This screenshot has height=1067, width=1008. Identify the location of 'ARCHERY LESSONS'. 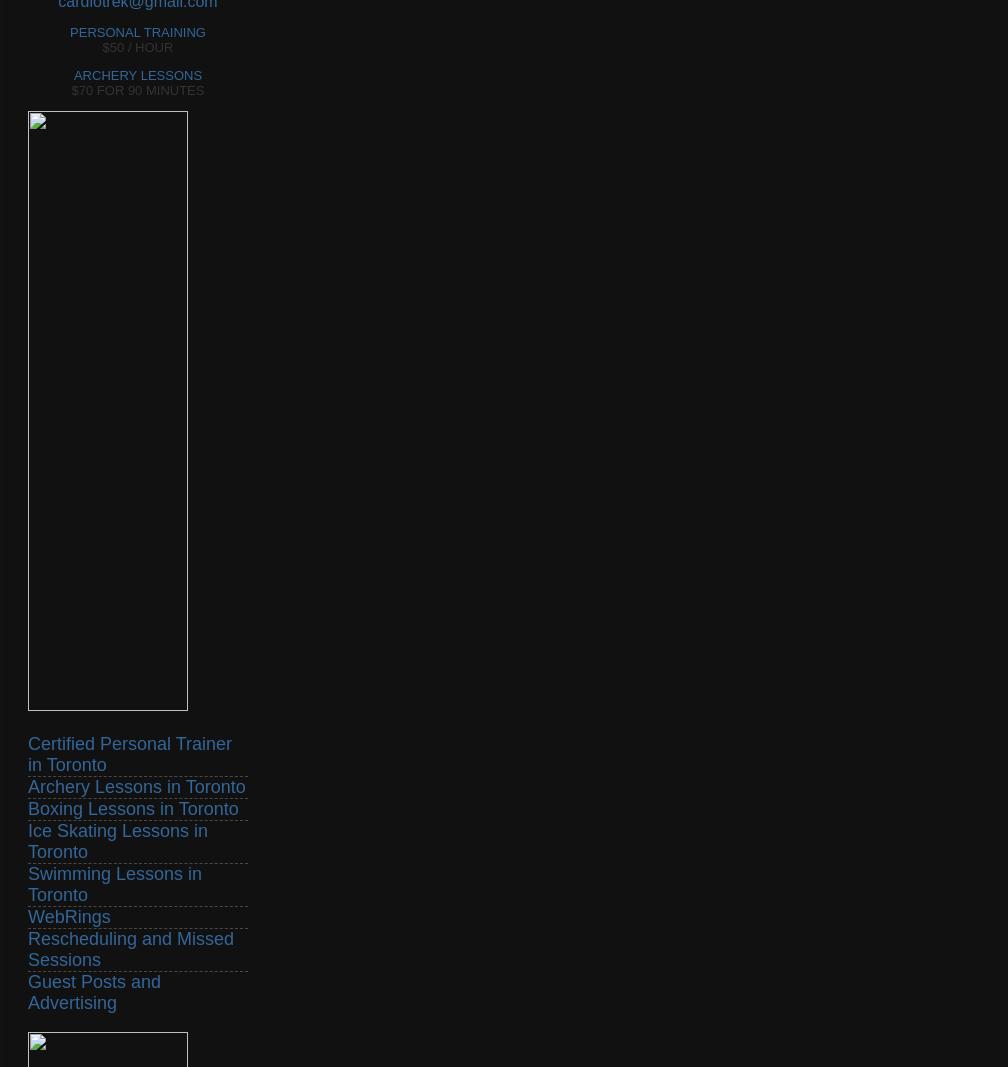
(137, 73).